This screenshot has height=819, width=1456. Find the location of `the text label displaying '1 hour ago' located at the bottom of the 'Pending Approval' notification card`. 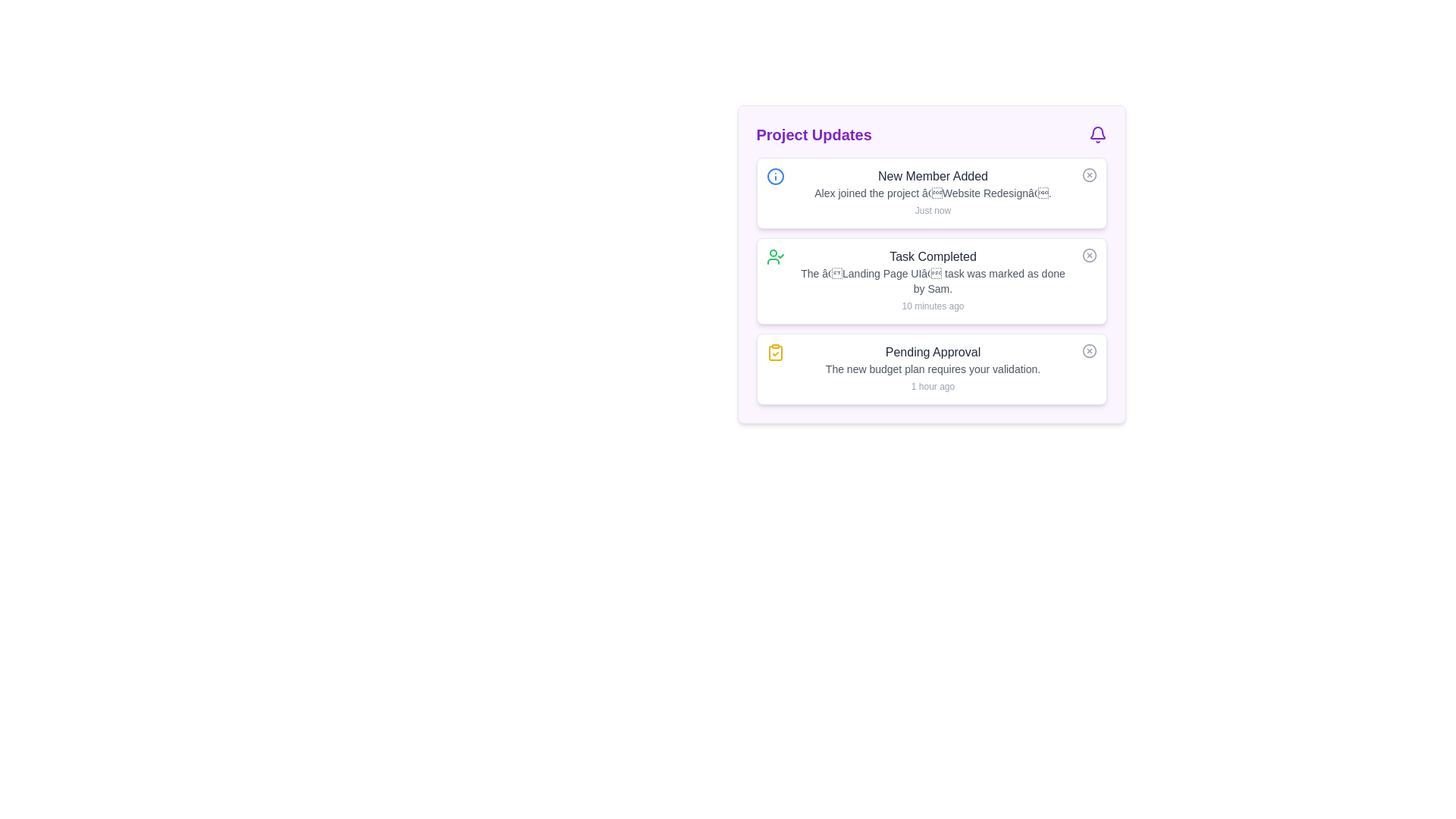

the text label displaying '1 hour ago' located at the bottom of the 'Pending Approval' notification card is located at coordinates (932, 385).